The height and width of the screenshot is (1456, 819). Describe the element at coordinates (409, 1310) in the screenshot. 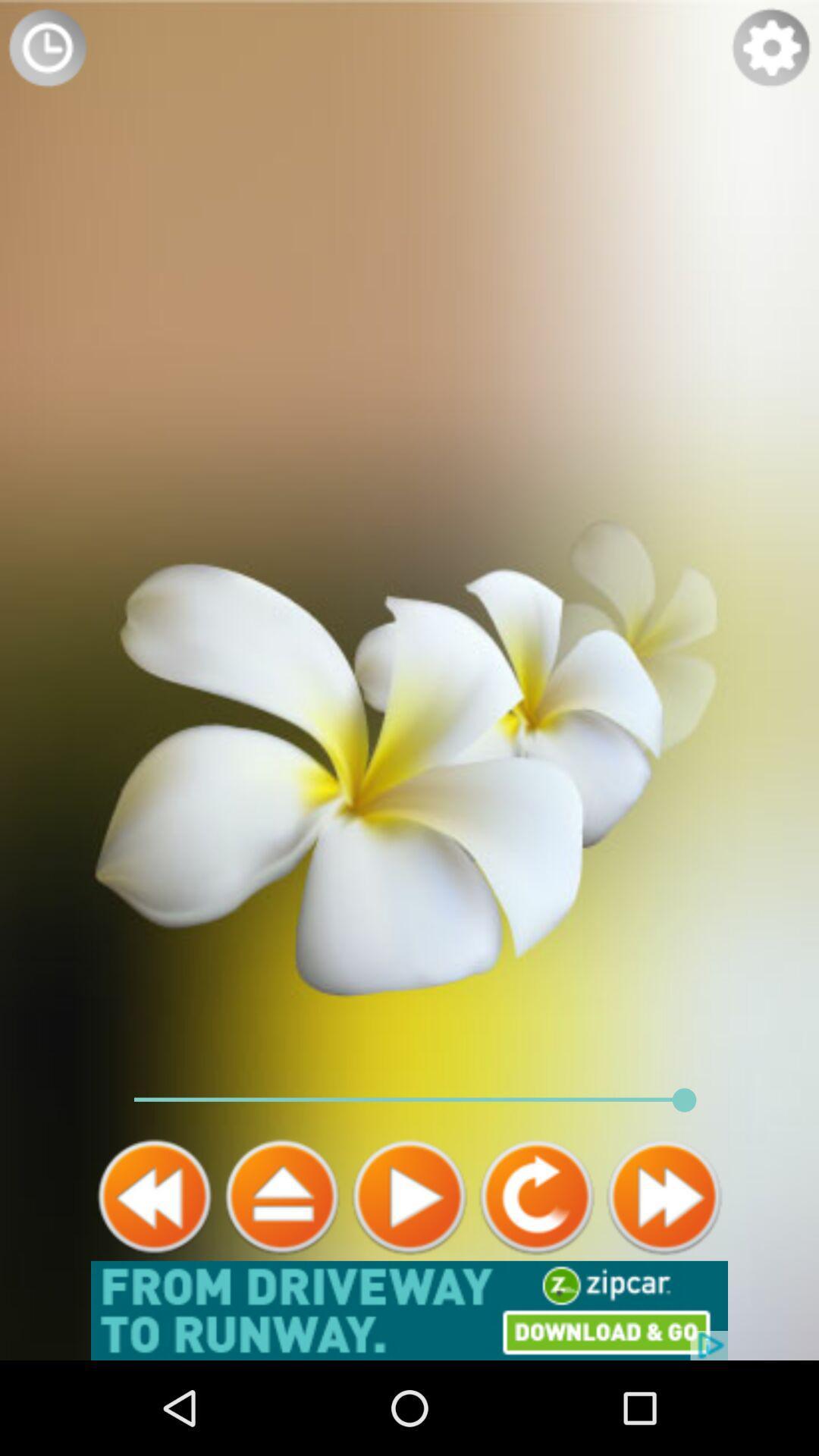

I see `this is an advertisement` at that location.